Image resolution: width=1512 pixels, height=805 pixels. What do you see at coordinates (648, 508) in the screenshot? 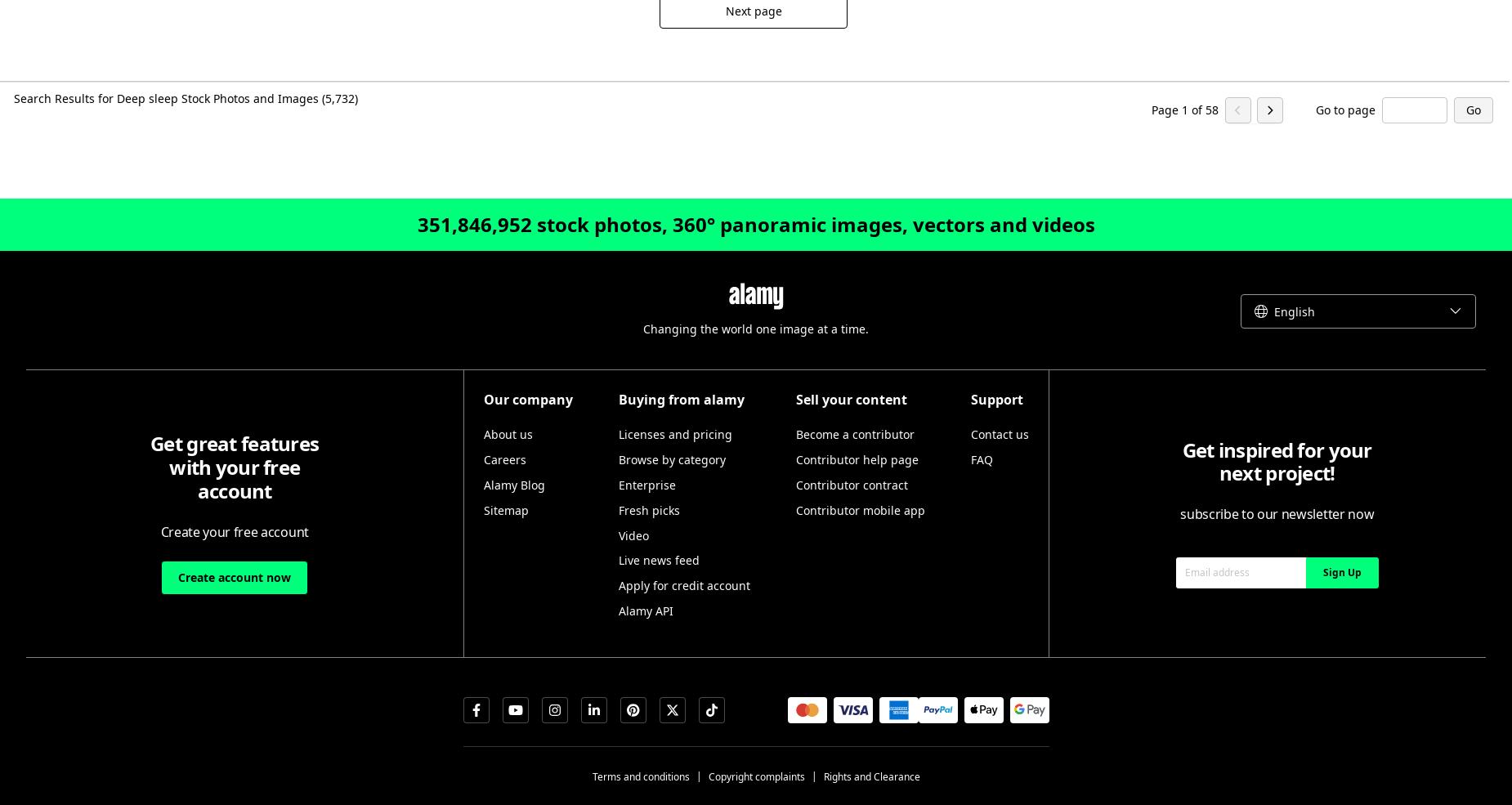
I see `'Fresh picks'` at bounding box center [648, 508].